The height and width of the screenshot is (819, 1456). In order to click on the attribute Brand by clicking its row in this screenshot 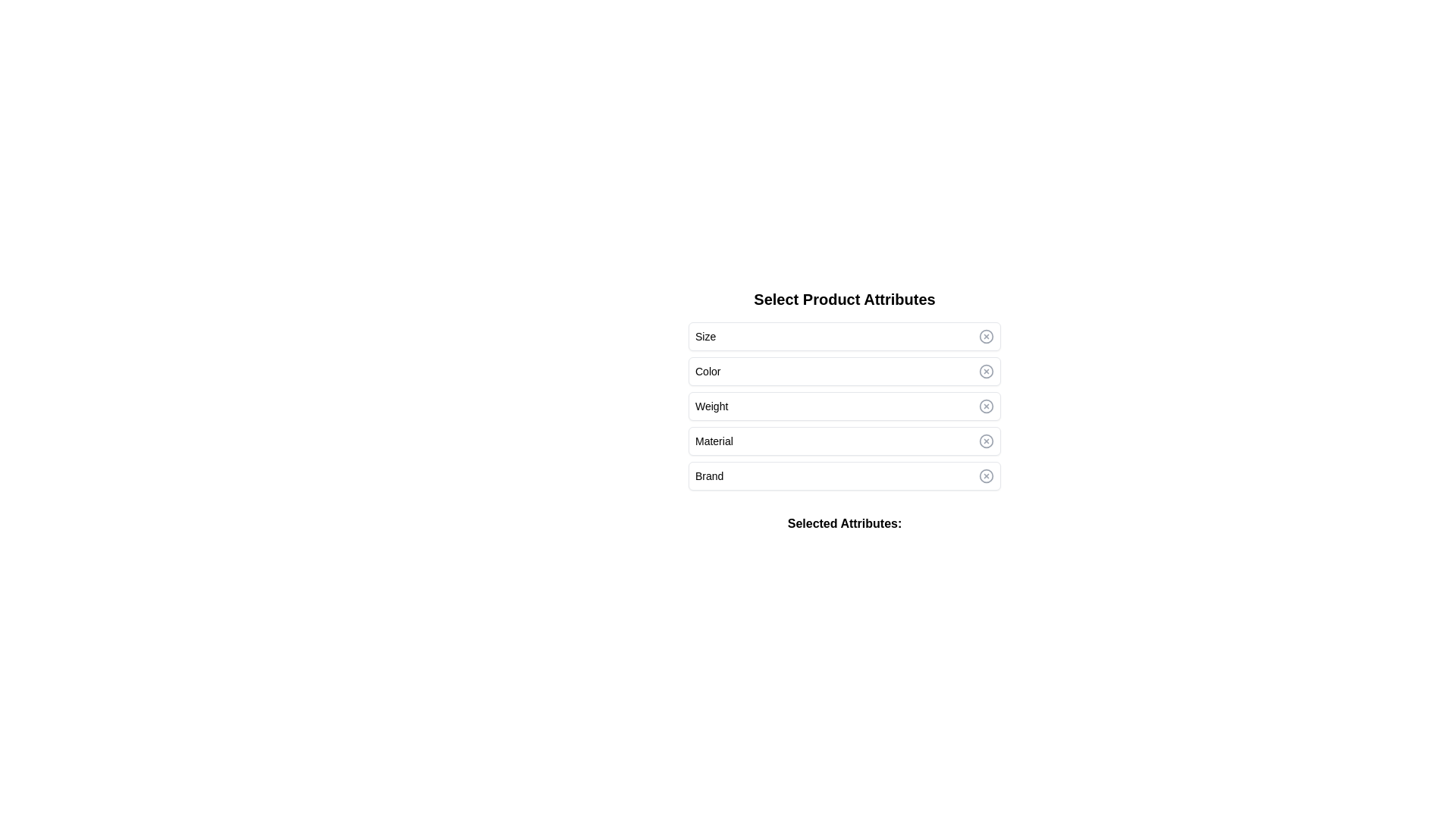, I will do `click(843, 475)`.